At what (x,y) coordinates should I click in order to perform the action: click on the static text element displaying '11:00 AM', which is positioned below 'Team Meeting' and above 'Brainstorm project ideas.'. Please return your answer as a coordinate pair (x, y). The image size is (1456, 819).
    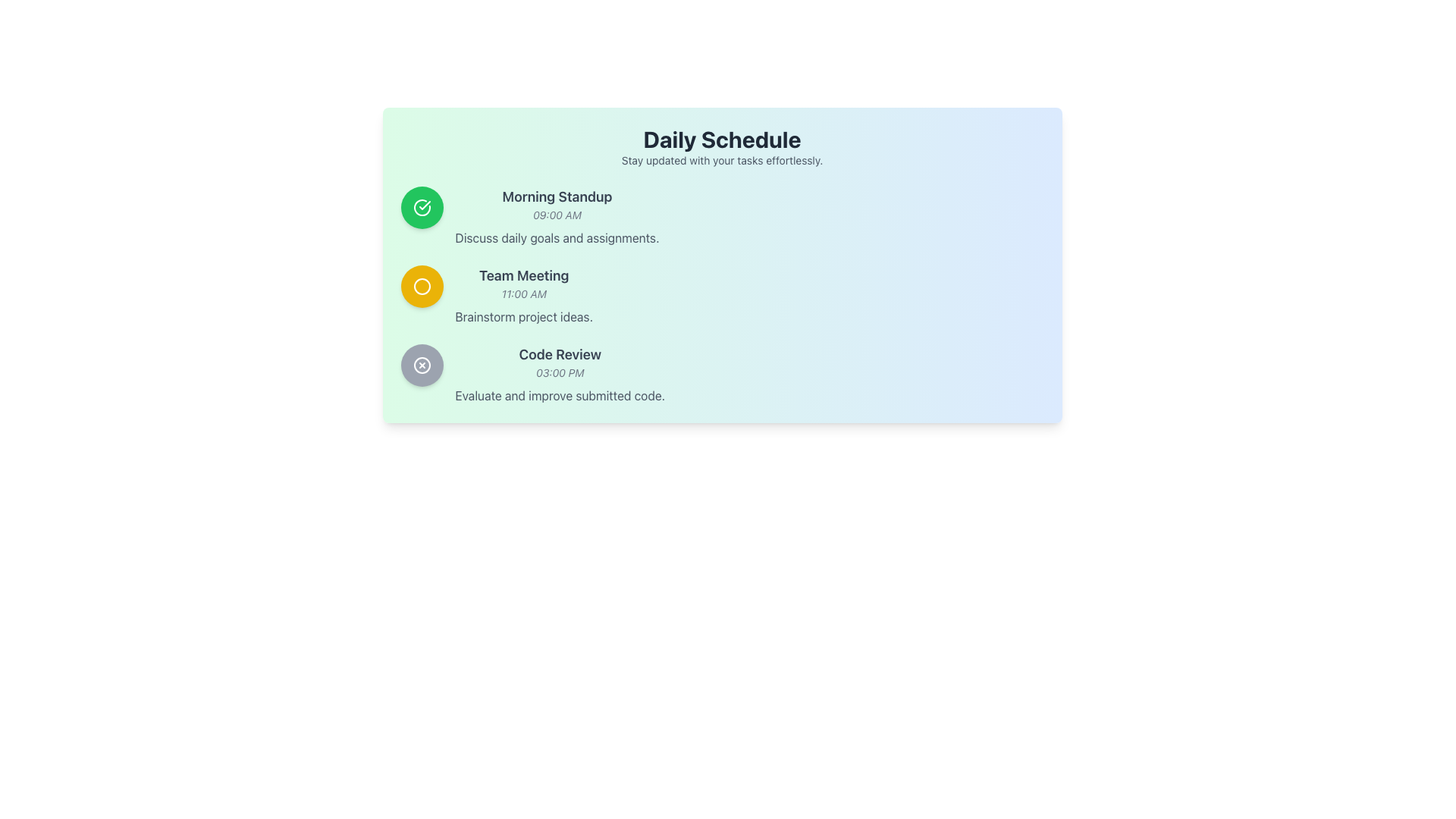
    Looking at the image, I should click on (524, 294).